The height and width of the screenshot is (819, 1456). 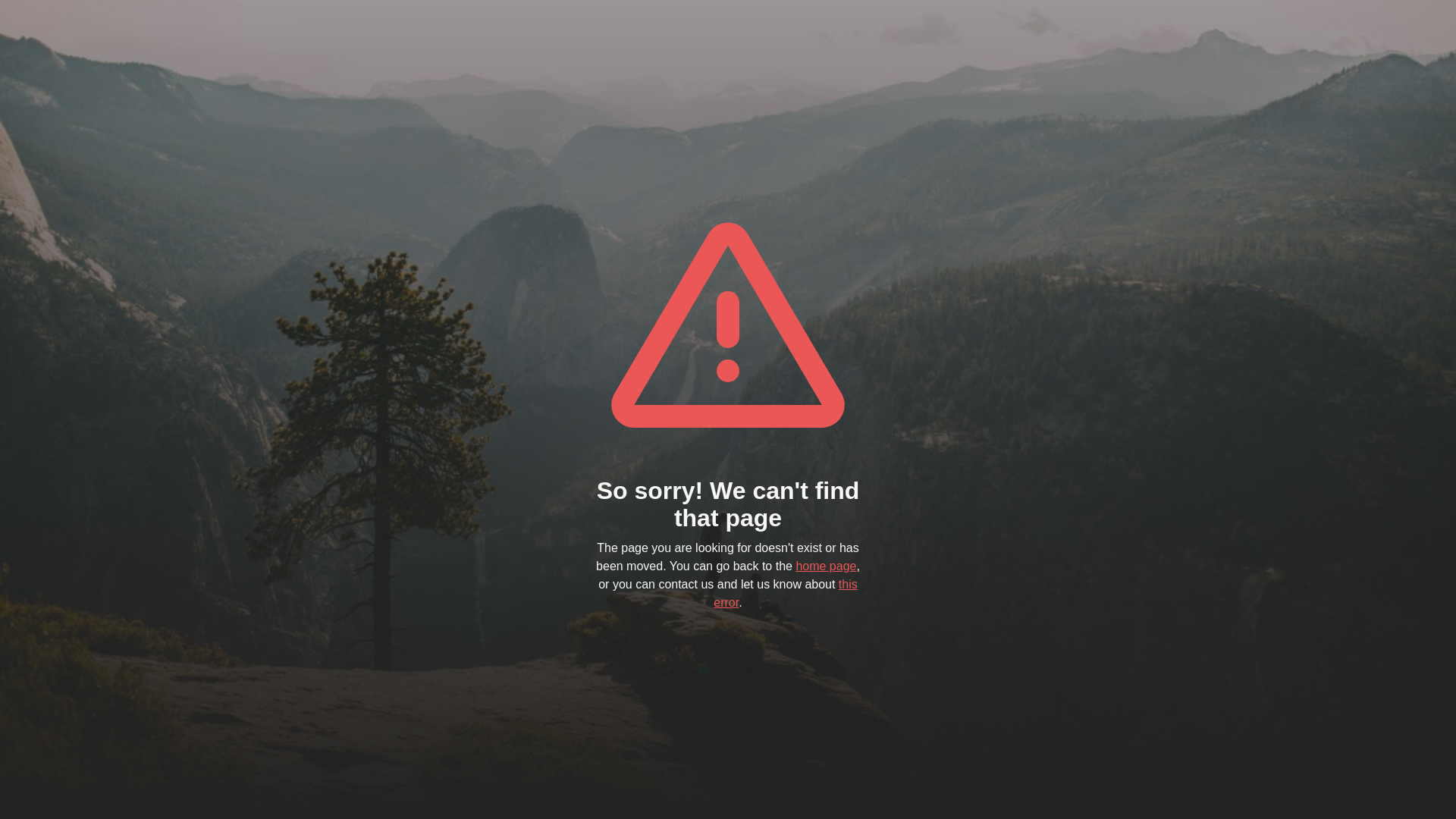 What do you see at coordinates (825, 566) in the screenshot?
I see `'home page'` at bounding box center [825, 566].